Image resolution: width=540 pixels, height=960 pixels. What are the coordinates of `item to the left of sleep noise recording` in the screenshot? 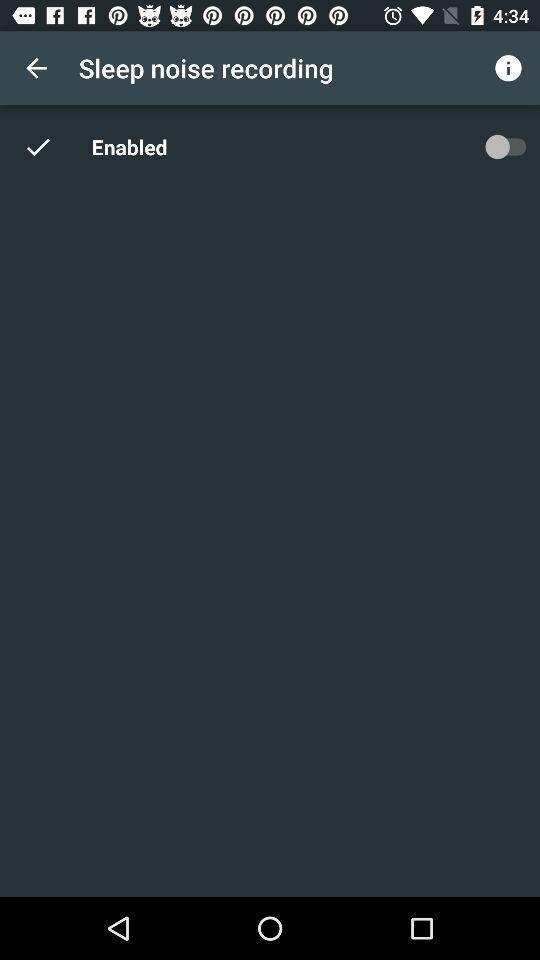 It's located at (36, 68).